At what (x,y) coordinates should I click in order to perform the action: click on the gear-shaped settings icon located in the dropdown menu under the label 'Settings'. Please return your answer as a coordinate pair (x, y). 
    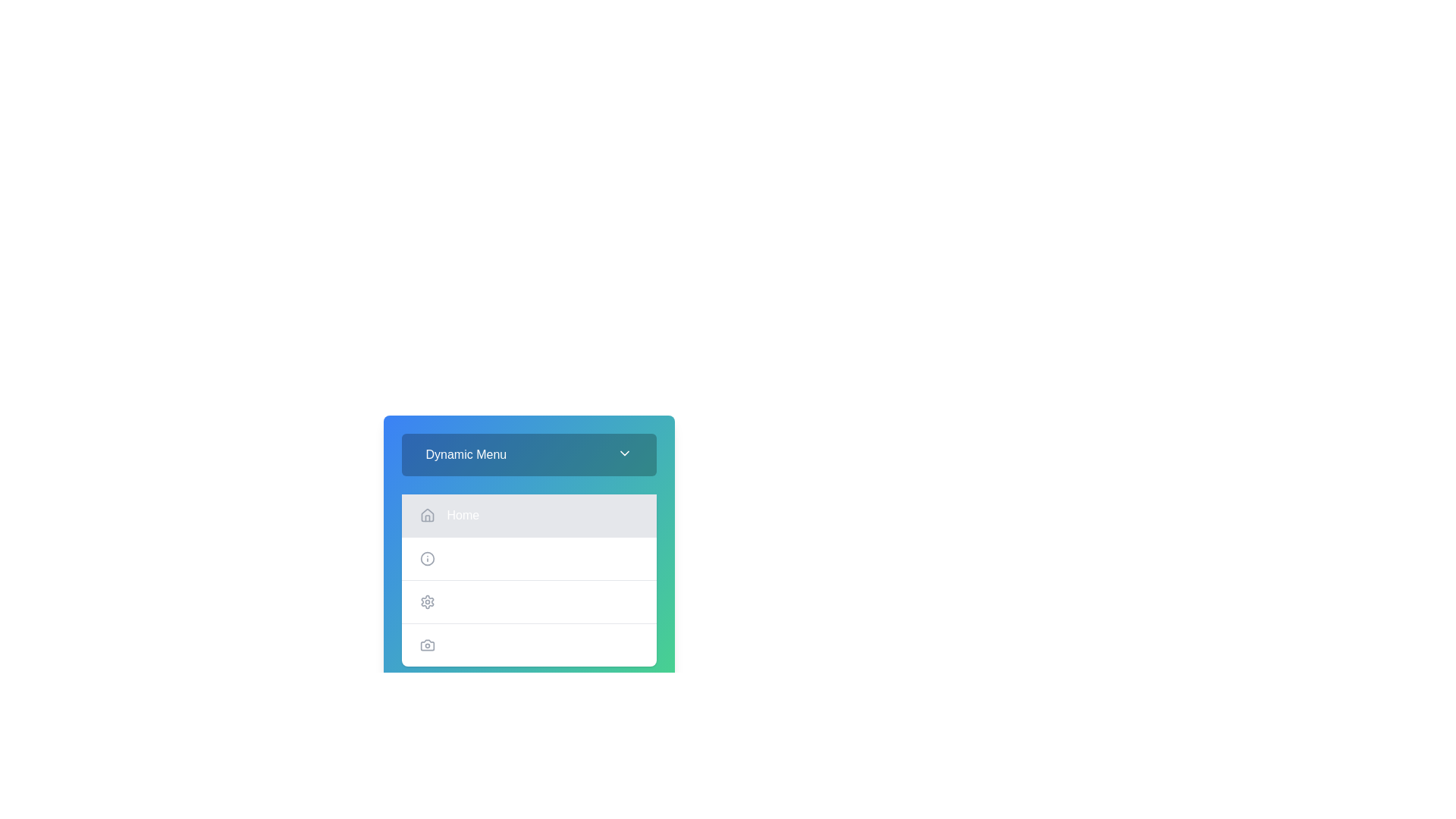
    Looking at the image, I should click on (426, 601).